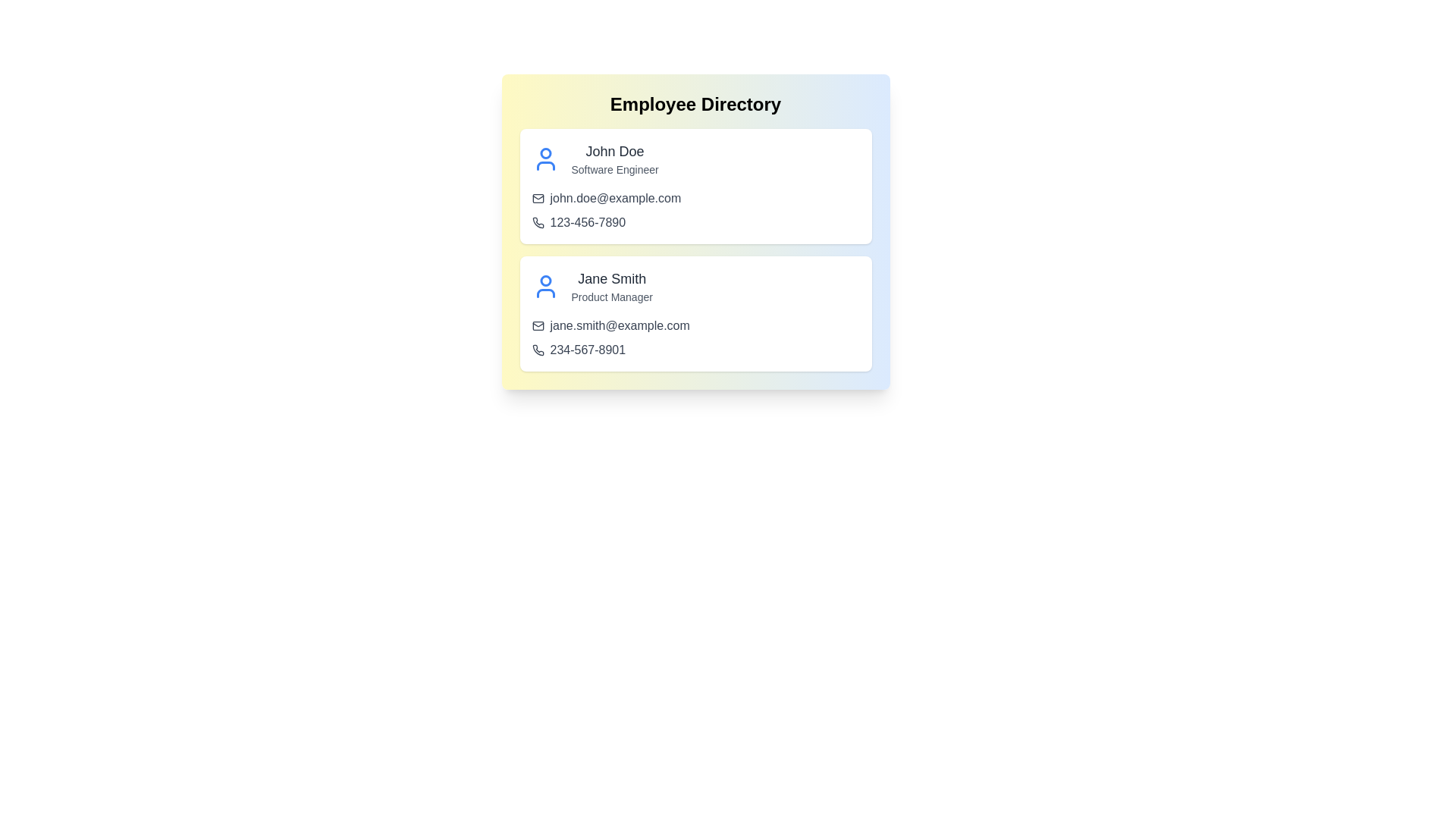  What do you see at coordinates (695, 186) in the screenshot?
I see `the employee card for John Doe` at bounding box center [695, 186].